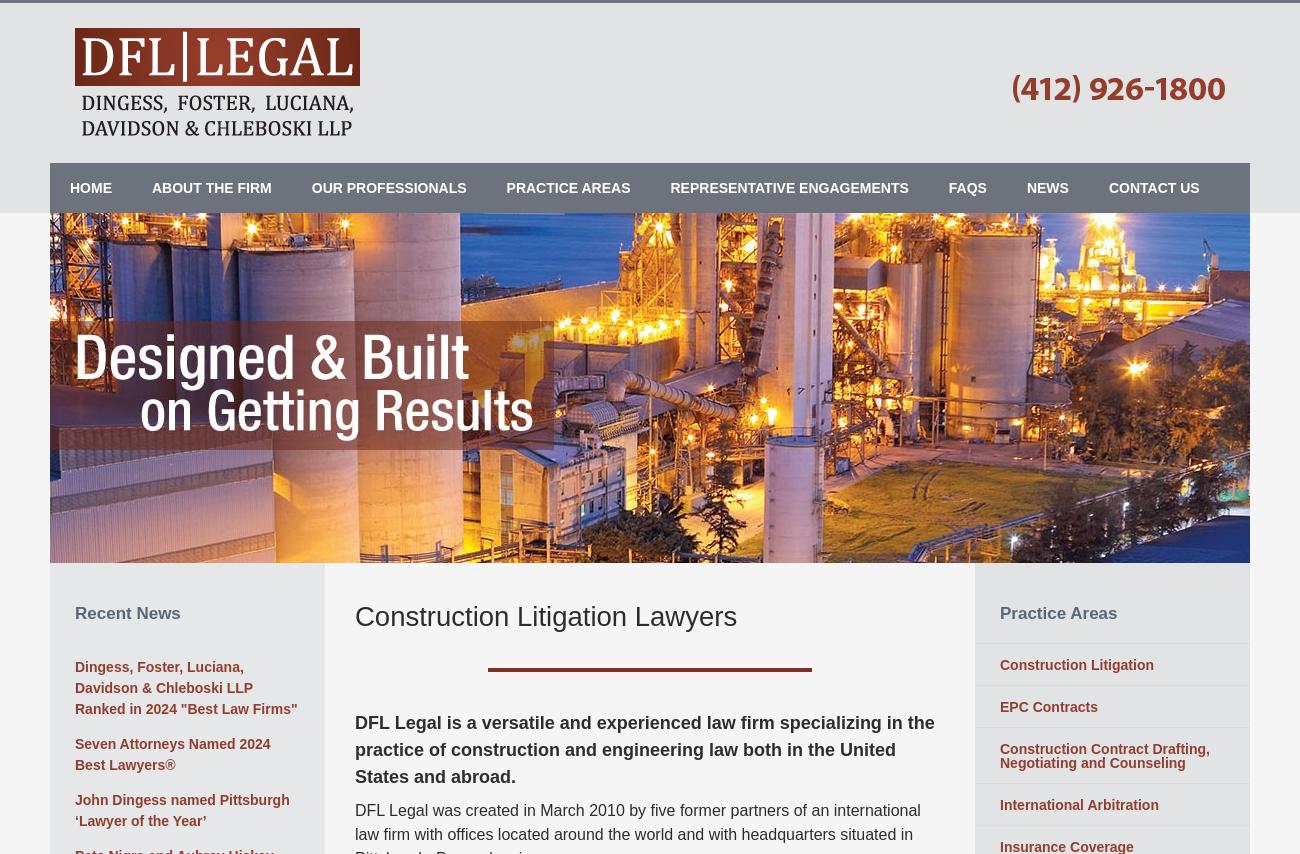 Image resolution: width=1300 pixels, height=854 pixels. I want to click on 'Recent News', so click(75, 612).